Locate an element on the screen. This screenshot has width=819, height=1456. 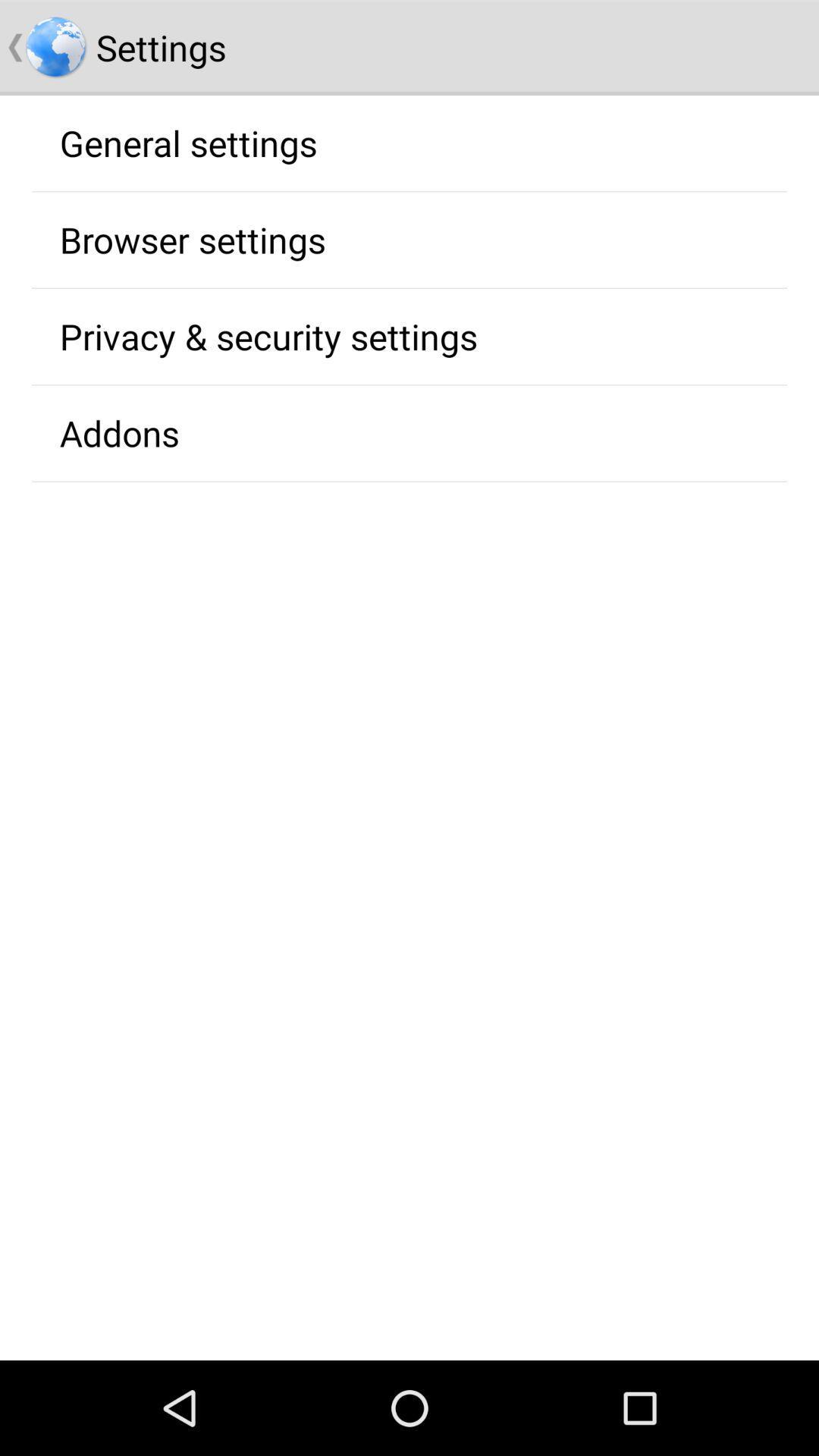
the privacy & security settings icon is located at coordinates (268, 335).